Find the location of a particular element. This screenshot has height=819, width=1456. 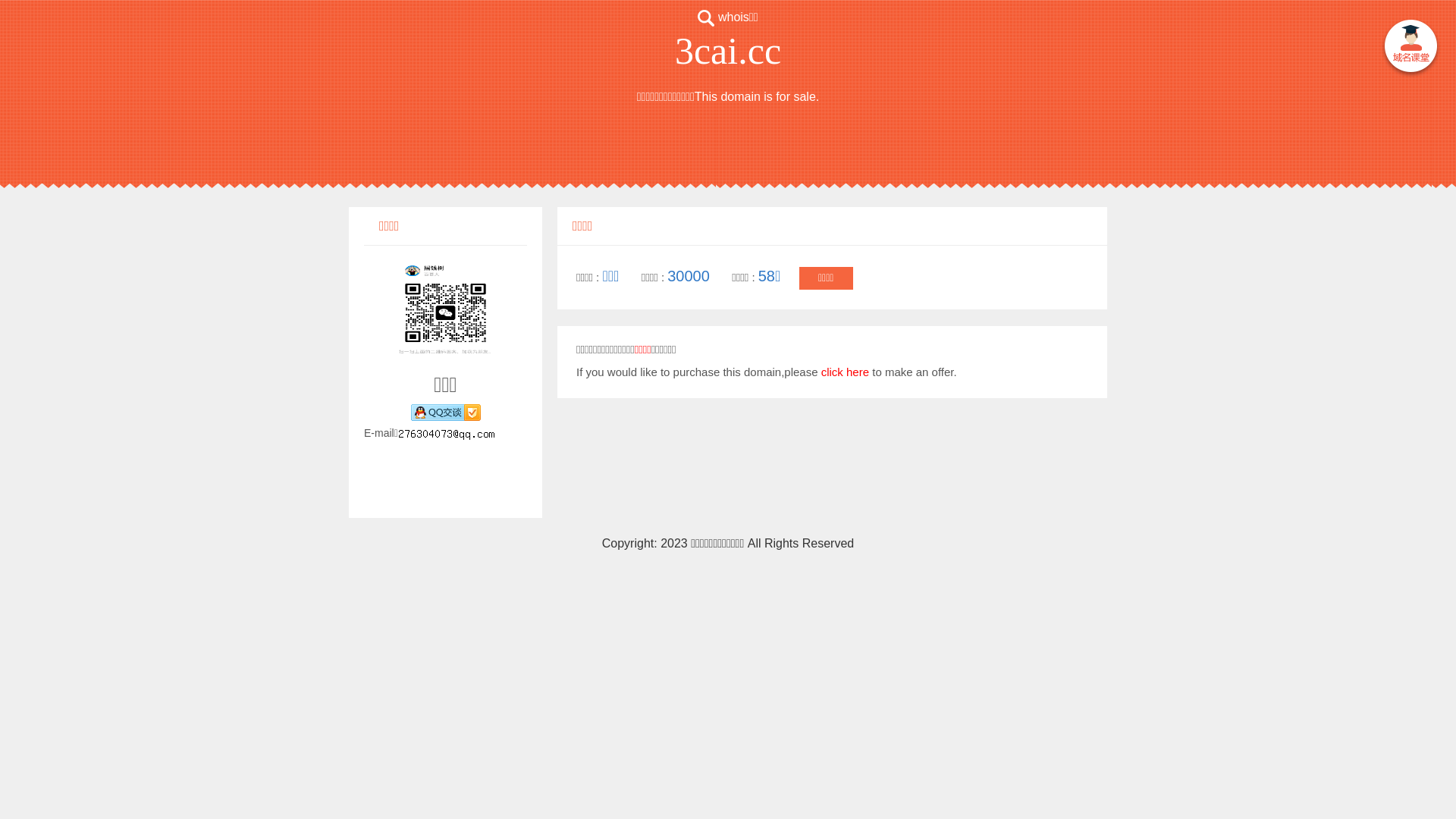

' ' is located at coordinates (1410, 47).